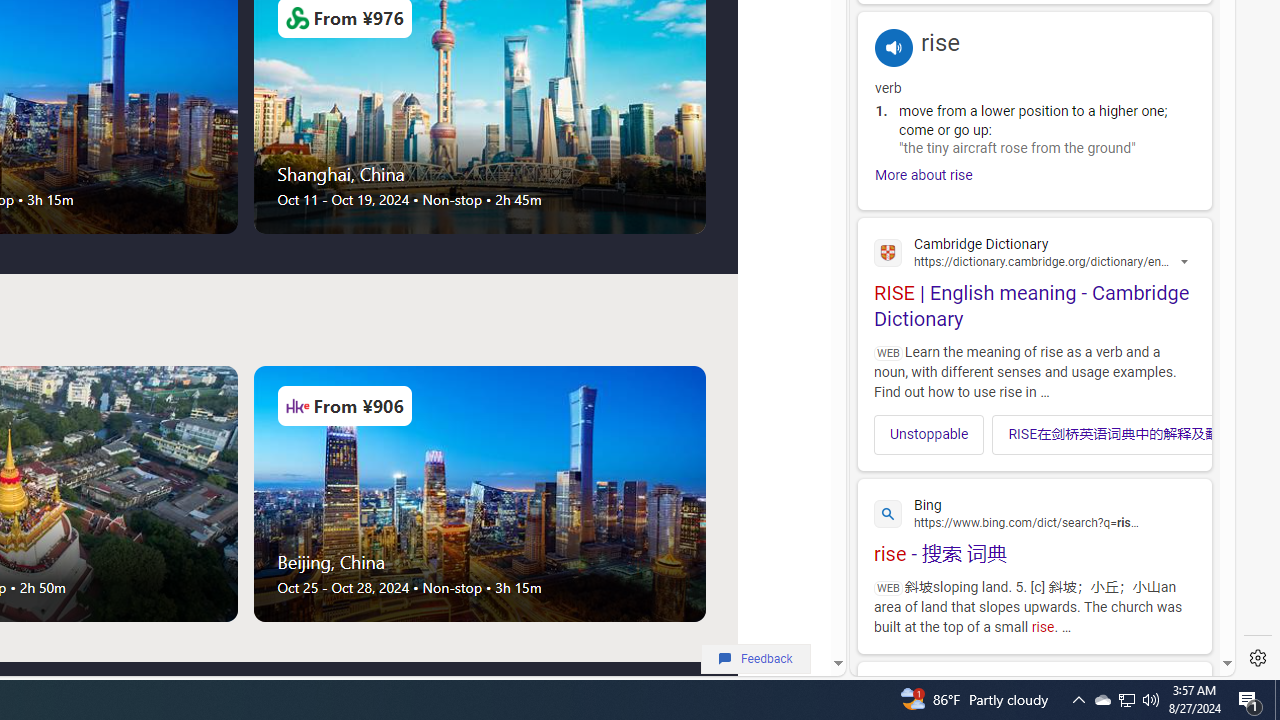 Image resolution: width=1280 pixels, height=720 pixels. I want to click on 'Unstoppable', so click(928, 432).